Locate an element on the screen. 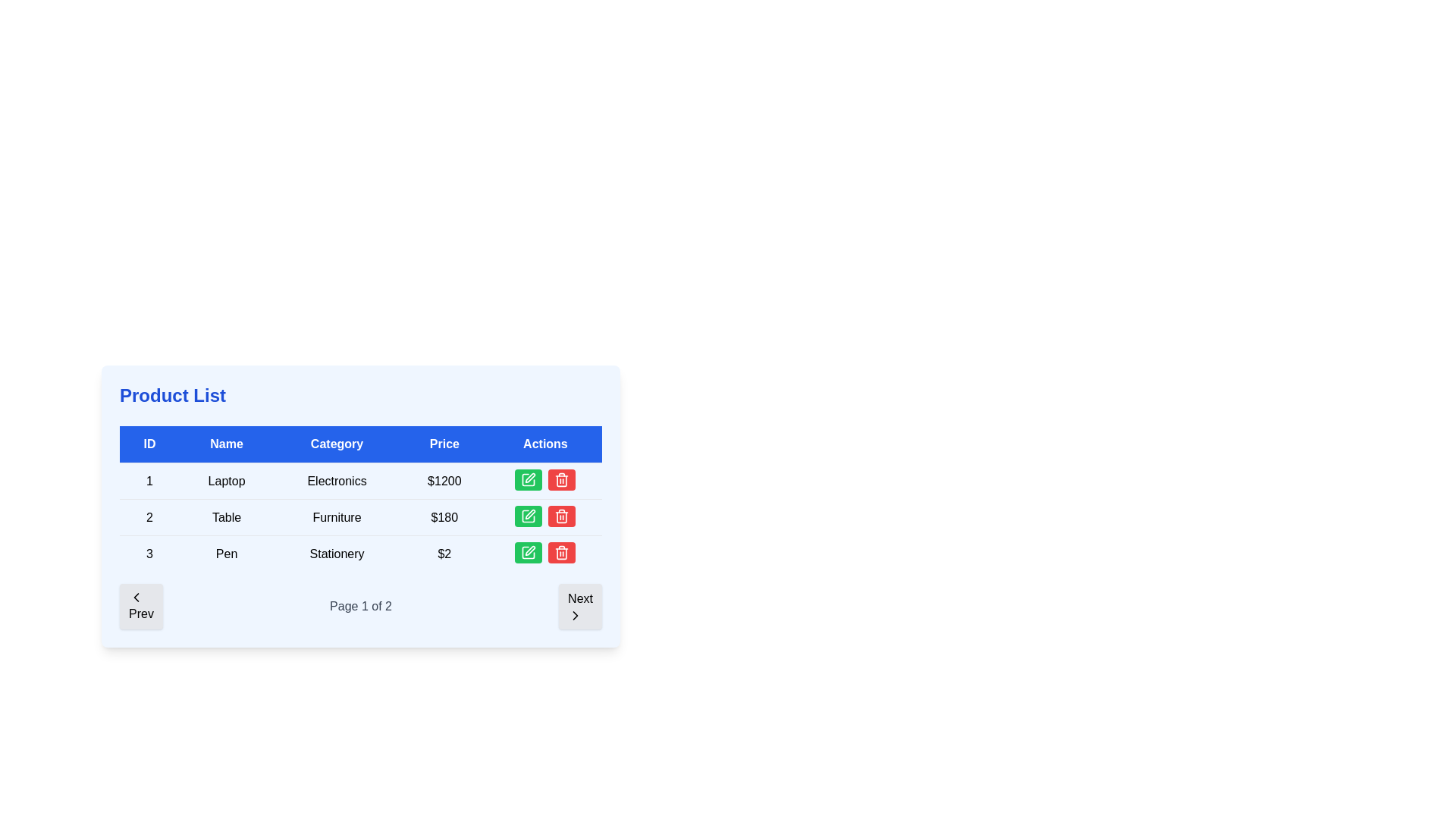 This screenshot has height=819, width=1456. the 'Actions' header button, which is a rectangular button with a blue background and white text, located in the top-right corner of the table is located at coordinates (545, 444).